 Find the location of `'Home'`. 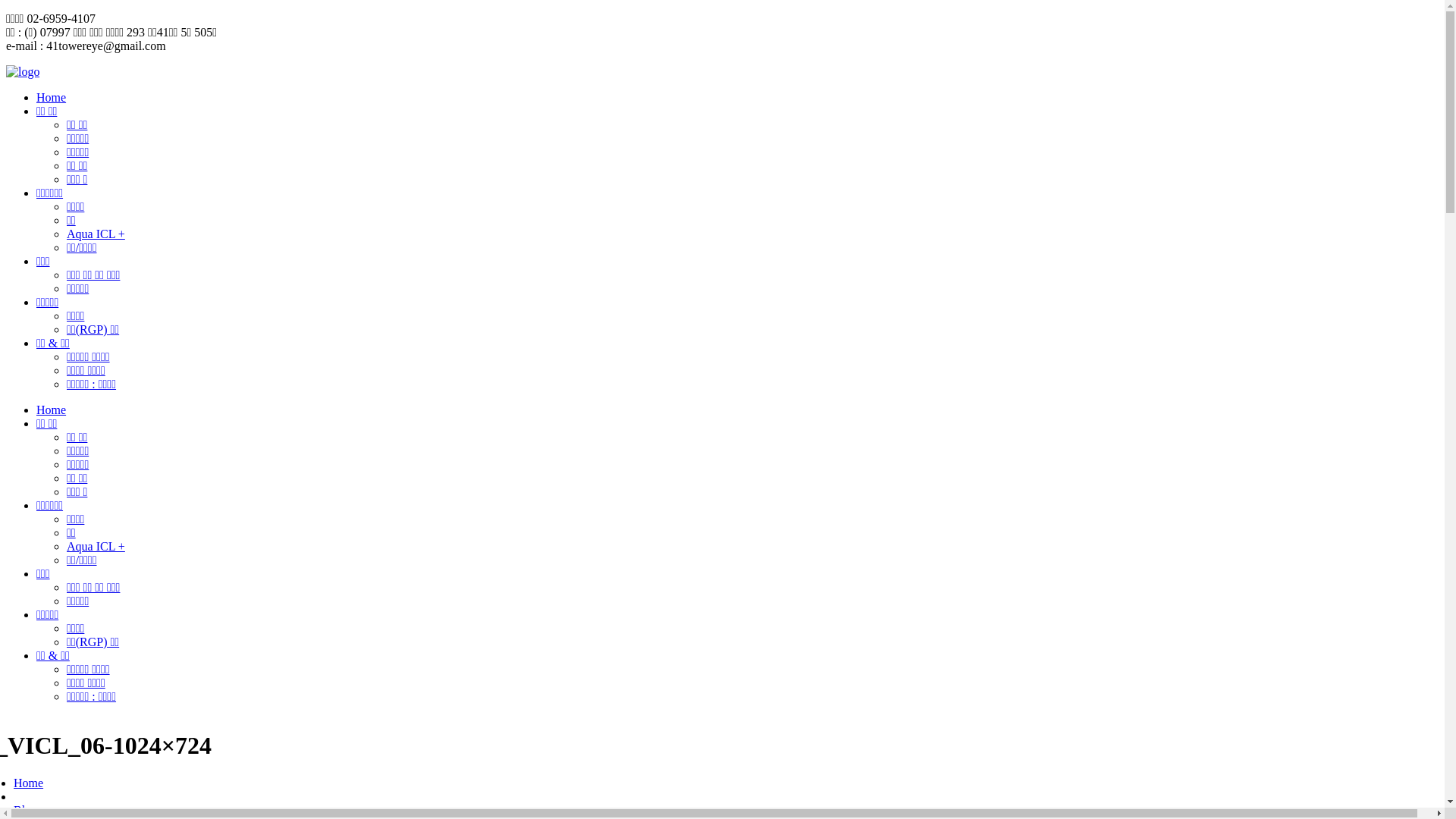

'Home' is located at coordinates (28, 783).